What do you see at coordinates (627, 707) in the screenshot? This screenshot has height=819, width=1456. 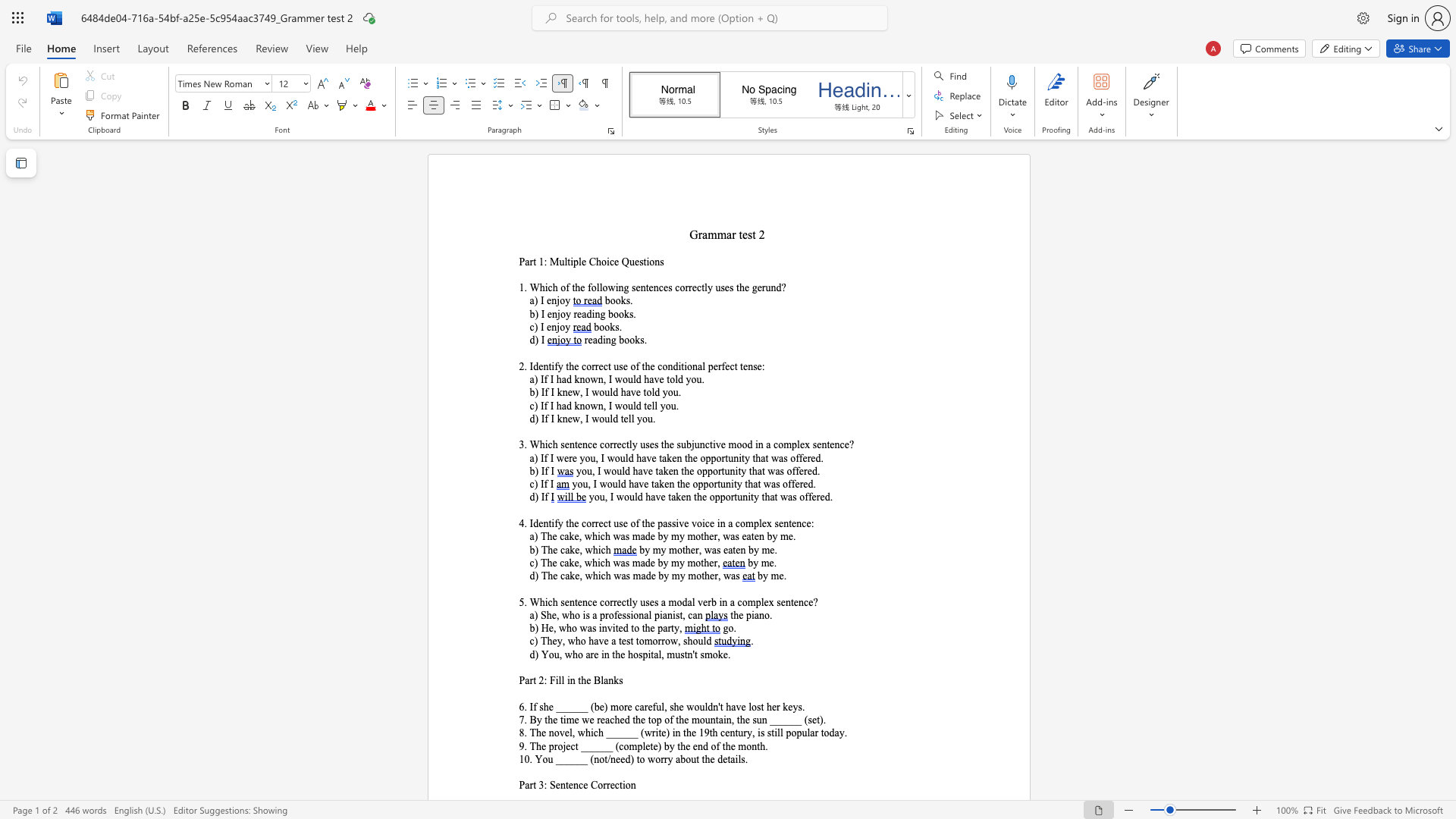 I see `the subset text "e ca" within the text "6. If she ______ (be) more careful, she"` at bounding box center [627, 707].